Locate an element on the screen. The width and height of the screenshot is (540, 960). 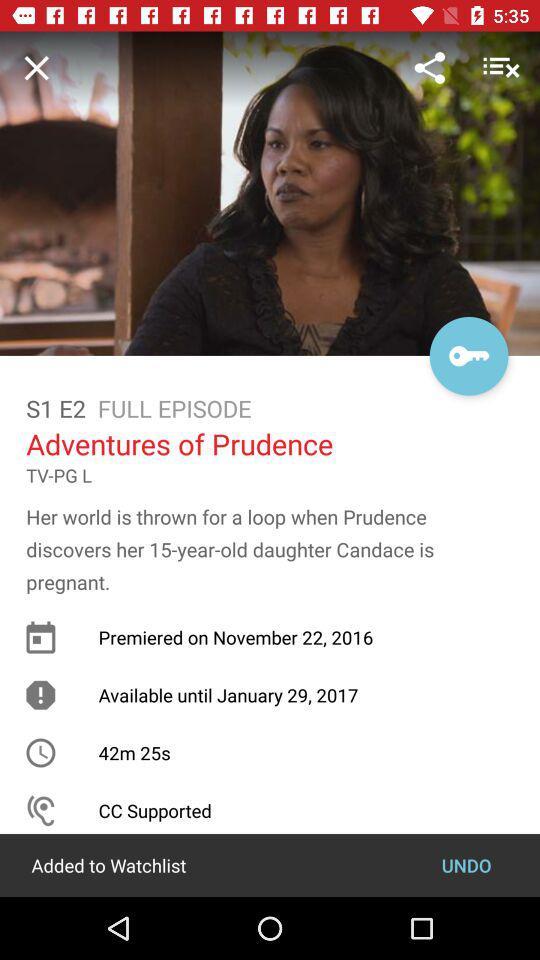
undo icon is located at coordinates (466, 864).